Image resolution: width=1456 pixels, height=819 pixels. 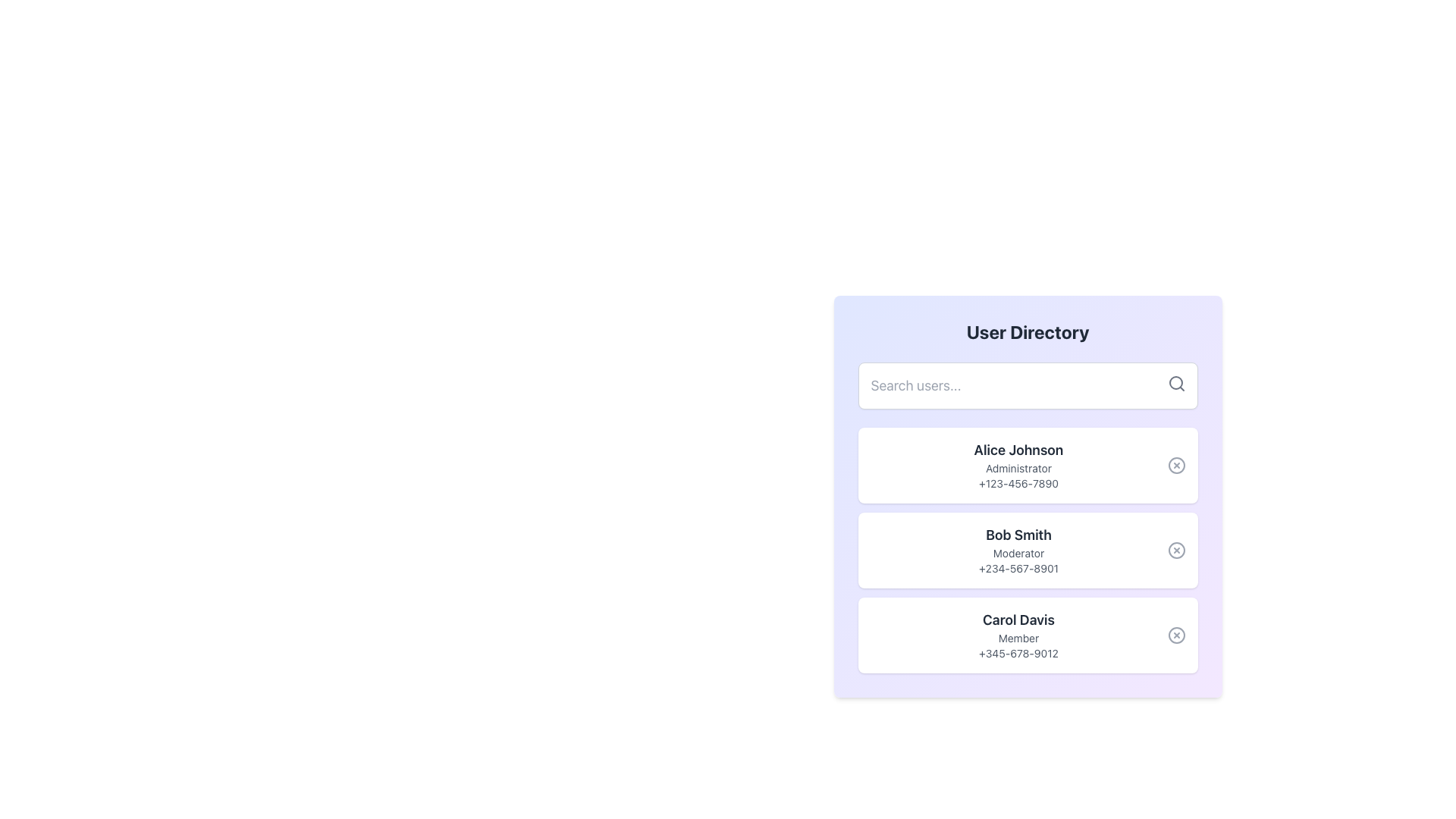 I want to click on the text label displaying the phone number '+234-567-8901', which is styled in gray and located below 'Moderator' in the user entry for 'Bob Smith', so click(x=1018, y=568).